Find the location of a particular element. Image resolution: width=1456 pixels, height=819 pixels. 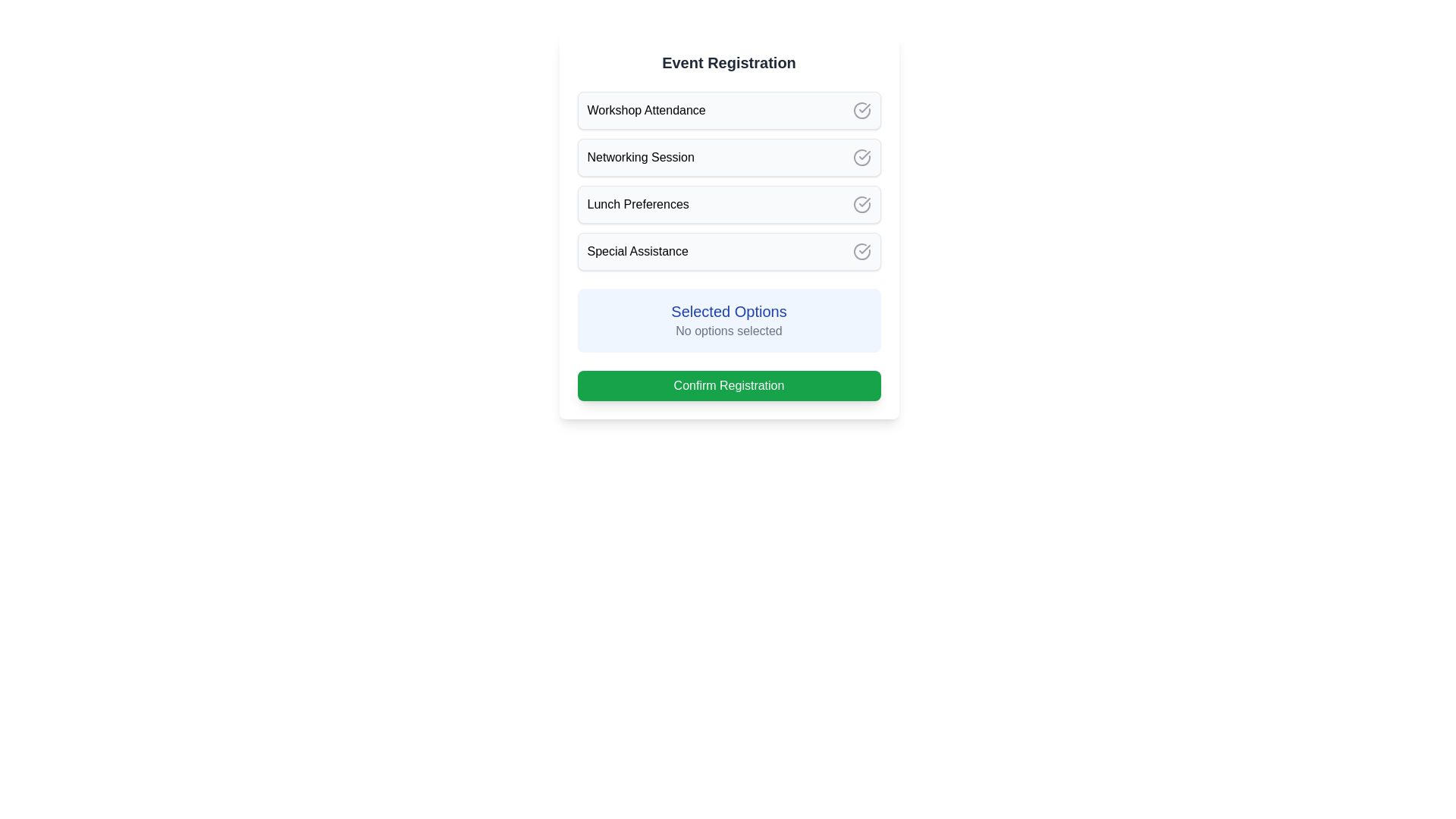

the second label in the event registration form, which describes an interactive option between 'Workshop Attendance' and 'Lunch Preferences' is located at coordinates (641, 158).